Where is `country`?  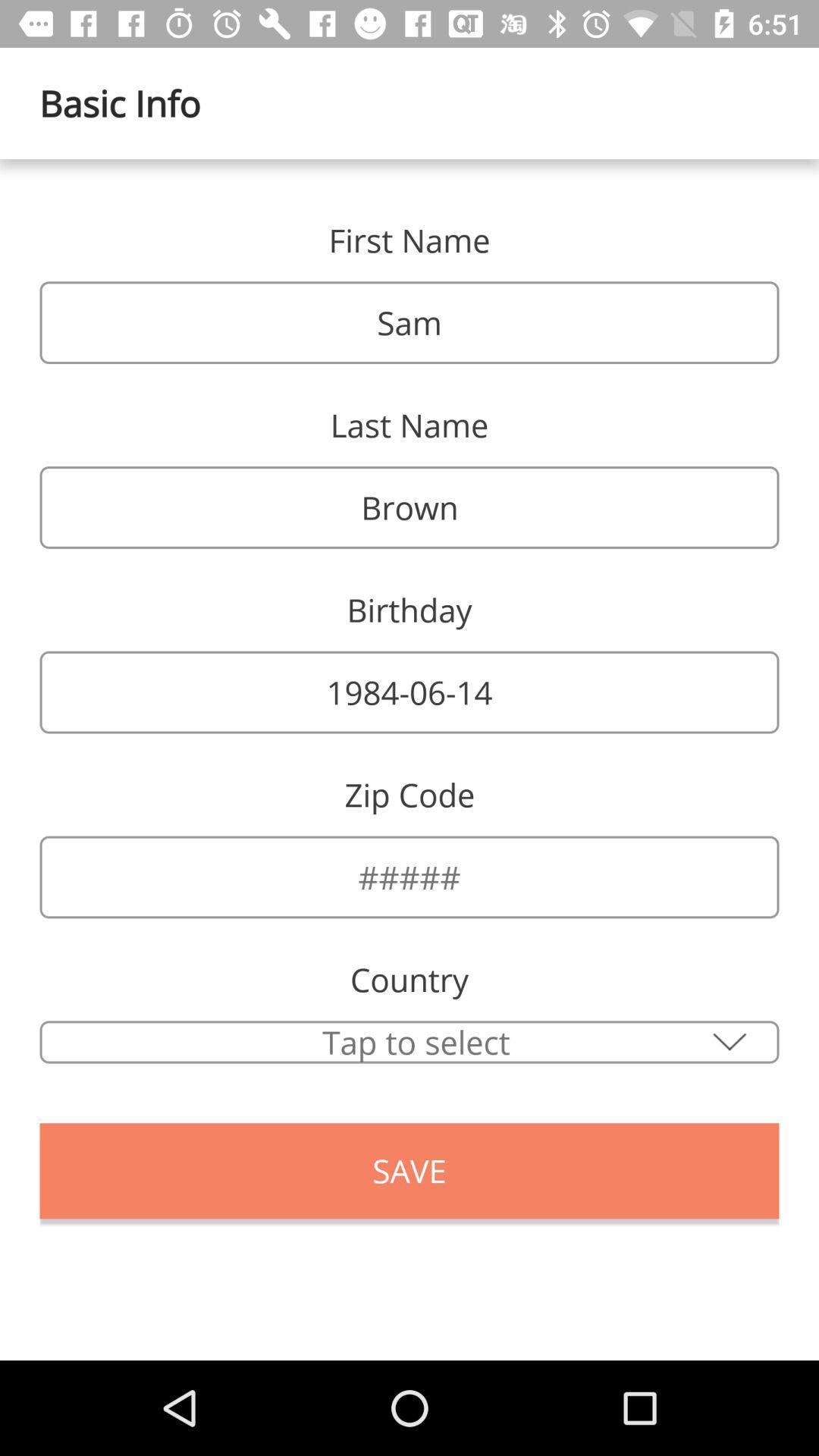
country is located at coordinates (409, 1041).